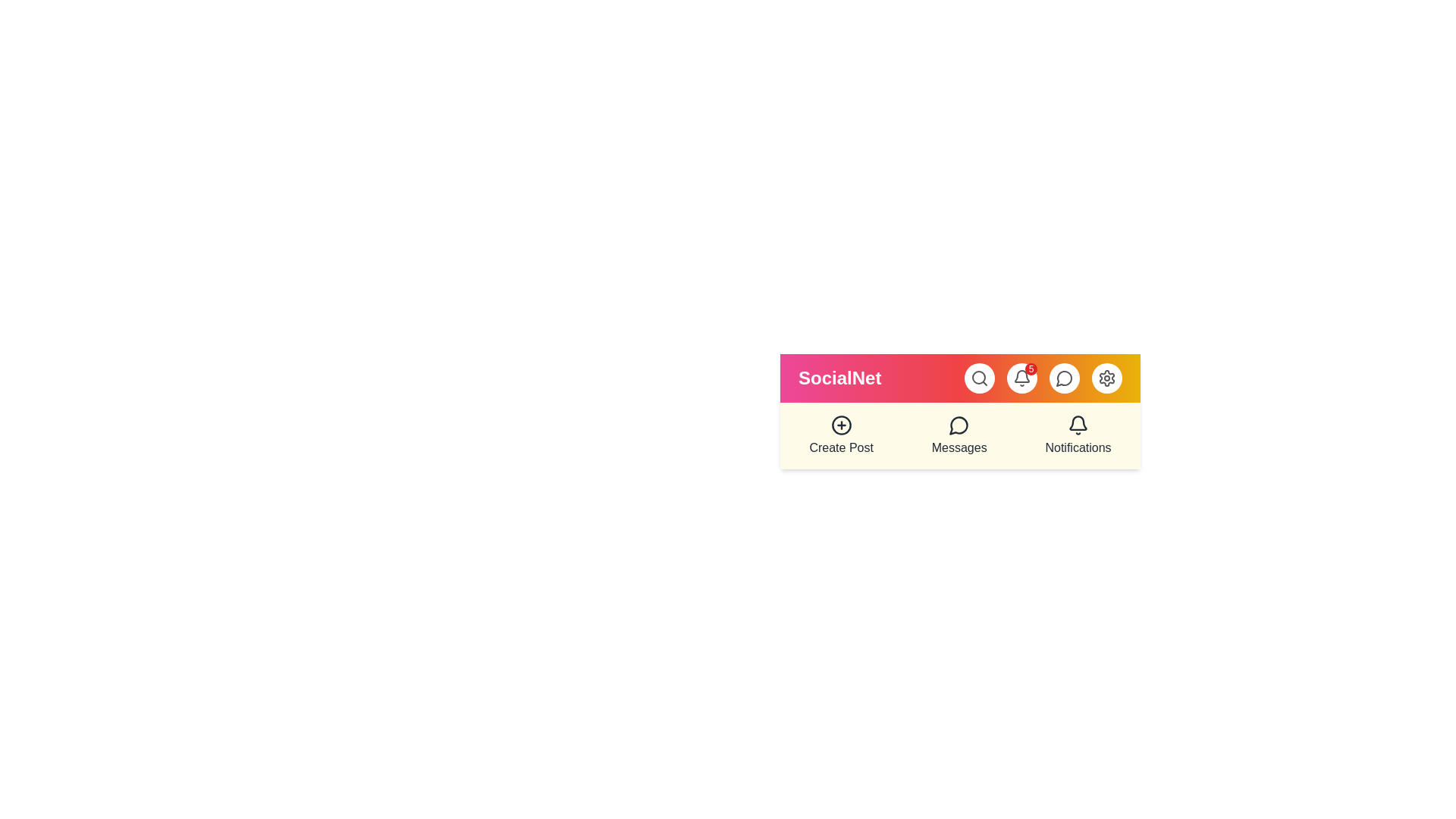  Describe the element at coordinates (979, 377) in the screenshot. I see `the search button in the SocialAppBar` at that location.